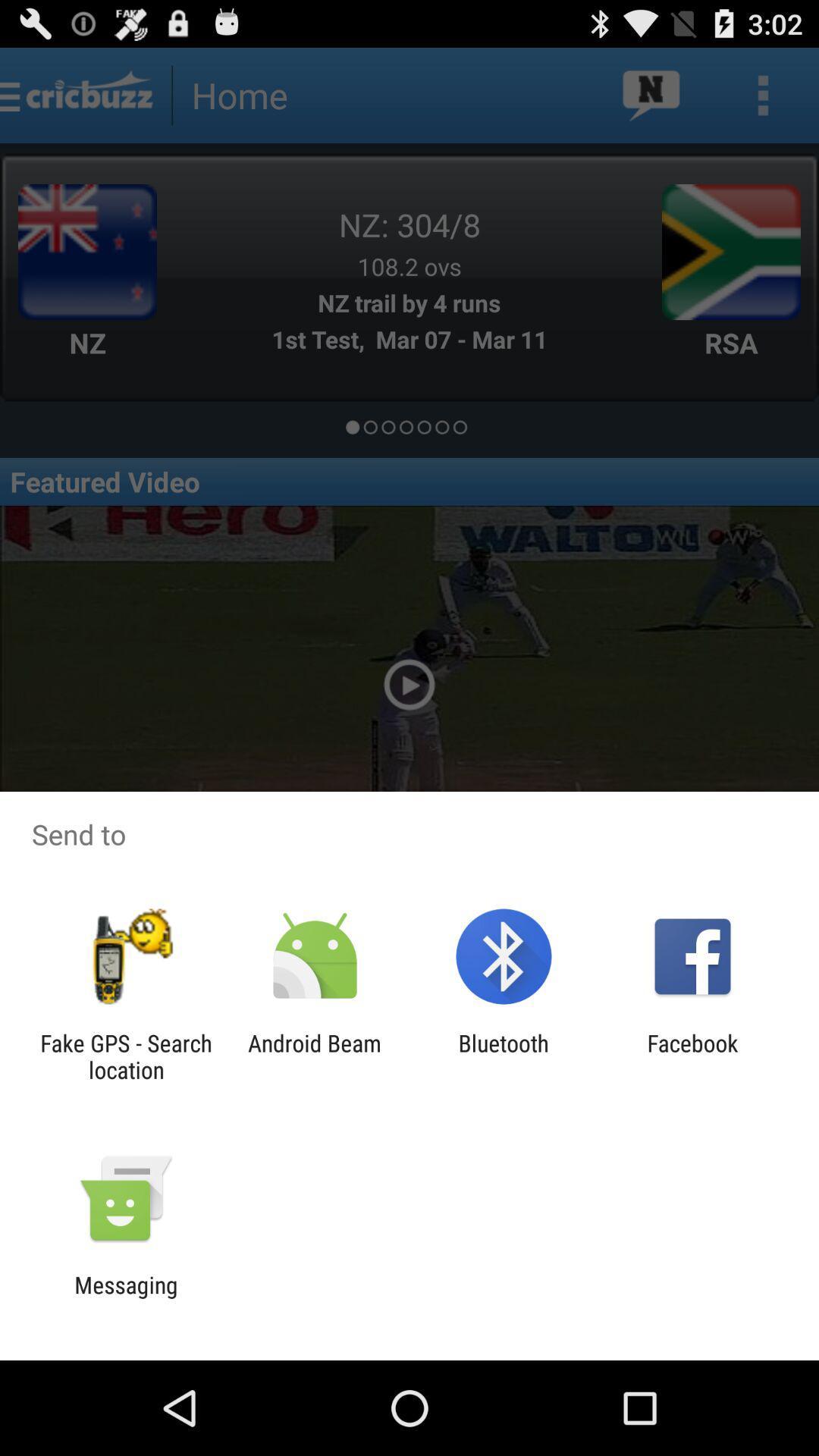 This screenshot has width=819, height=1456. What do you see at coordinates (314, 1056) in the screenshot?
I see `item next to the bluetooth` at bounding box center [314, 1056].